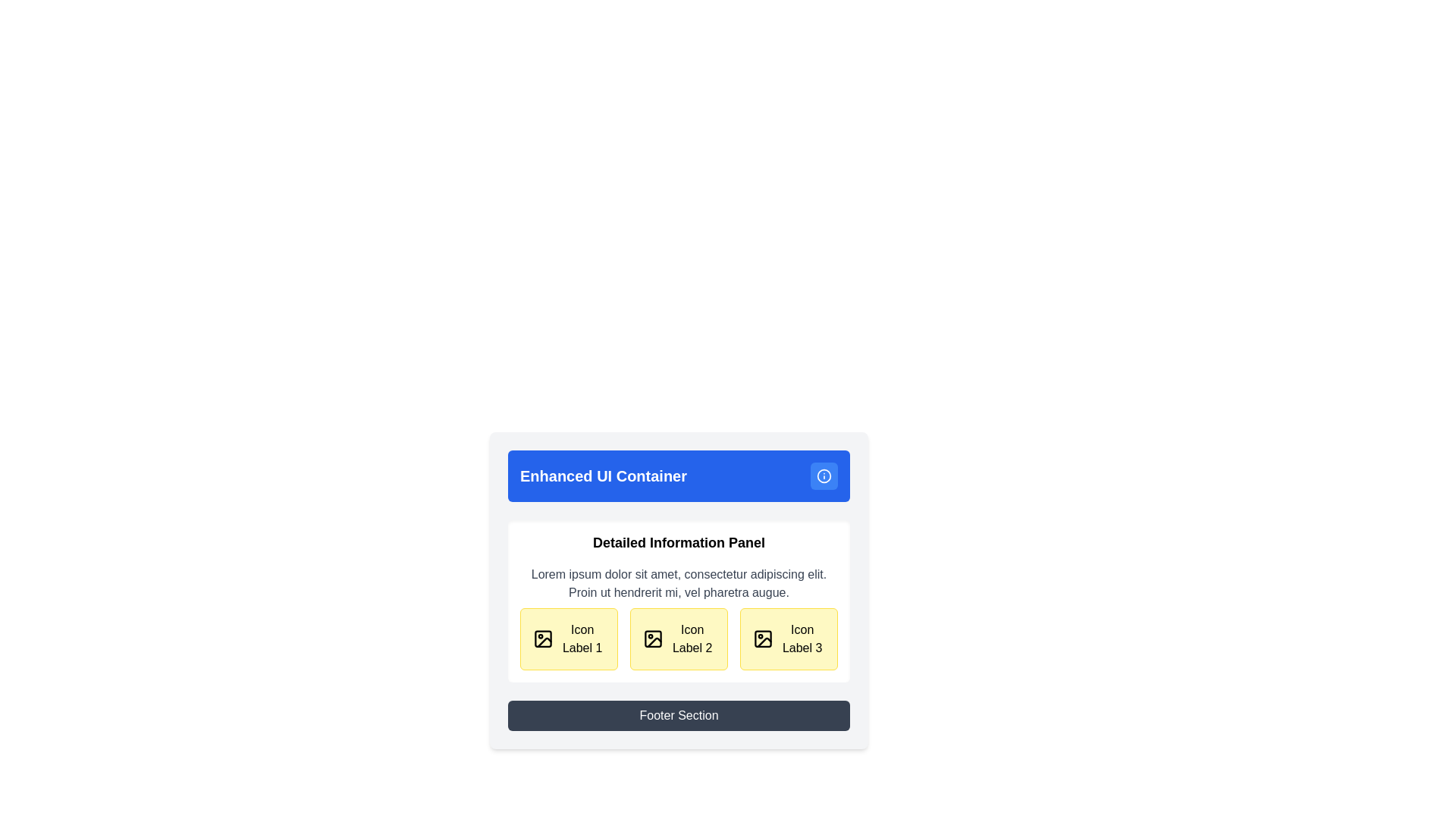 The image size is (1456, 819). Describe the element at coordinates (678, 639) in the screenshot. I see `the informational card located in the middle of the grid, positioned between 'Icon Label 1' and 'Icon Label 3'` at that location.